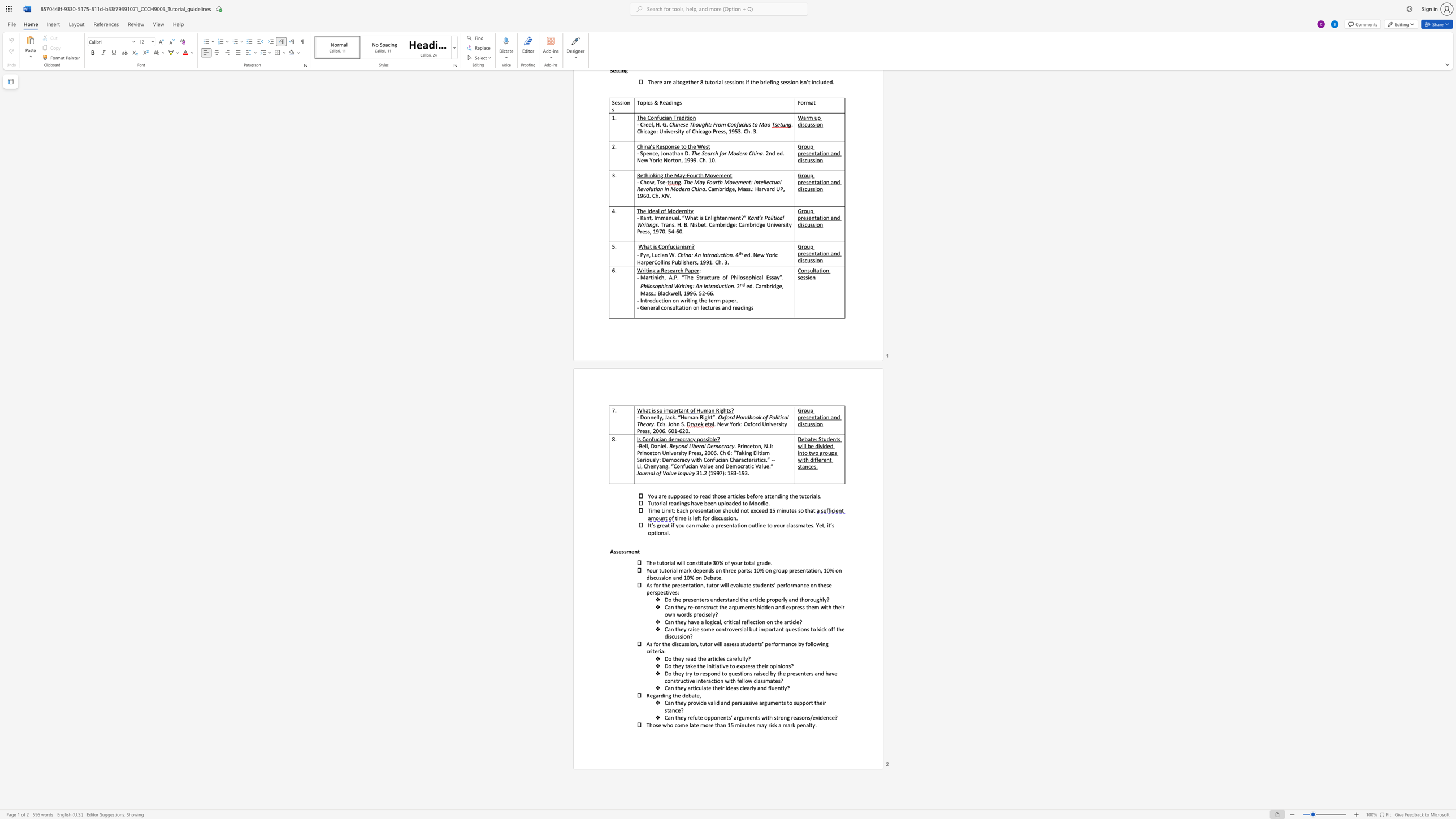  I want to click on the subset text "pponents’ arguments with strong reaso" within the text "Can they refute opponents’ arguments with strong reasons/evidence?", so click(707, 717).